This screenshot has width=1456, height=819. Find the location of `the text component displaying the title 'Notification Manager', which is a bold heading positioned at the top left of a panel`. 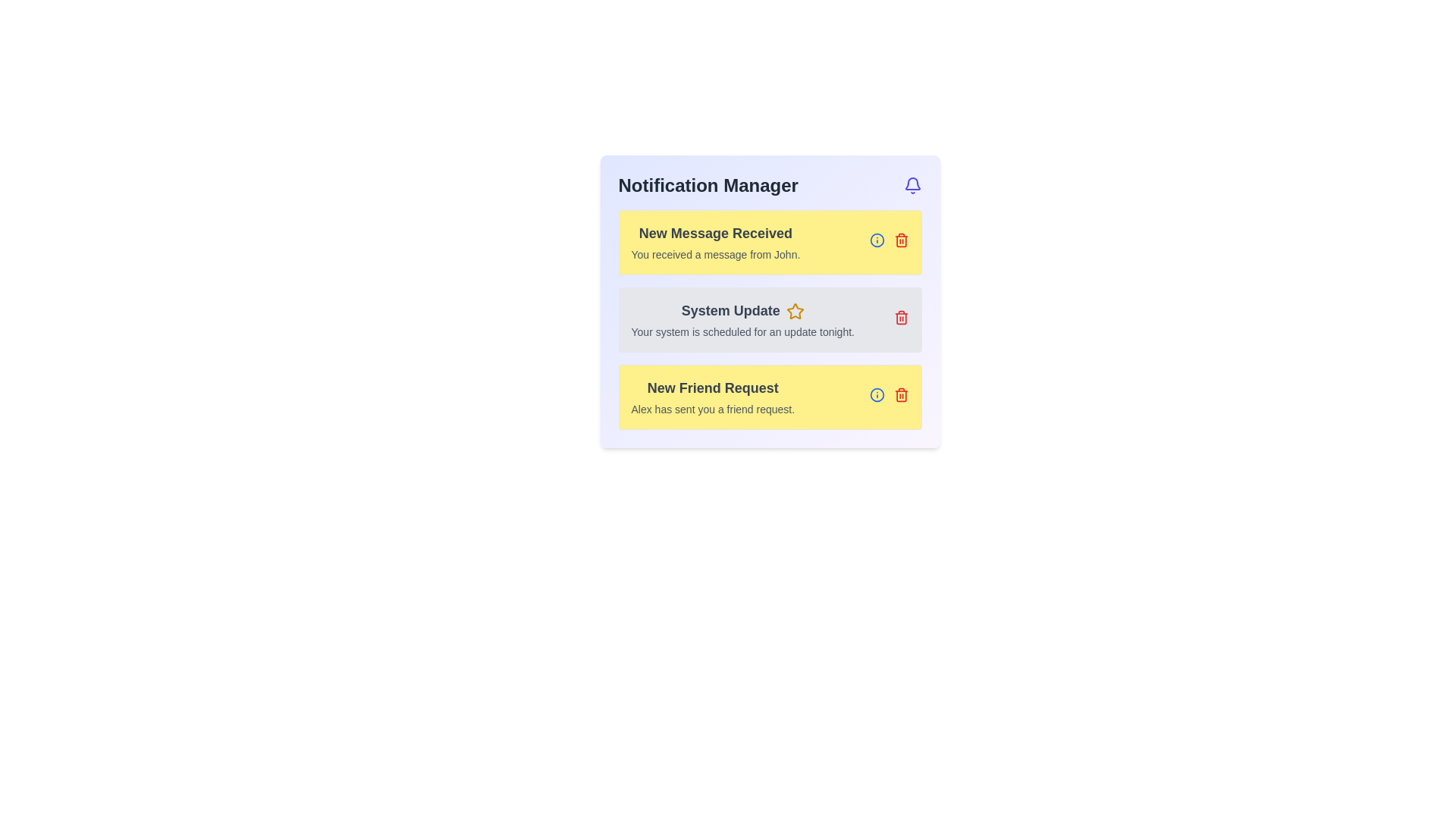

the text component displaying the title 'Notification Manager', which is a bold heading positioned at the top left of a panel is located at coordinates (708, 185).